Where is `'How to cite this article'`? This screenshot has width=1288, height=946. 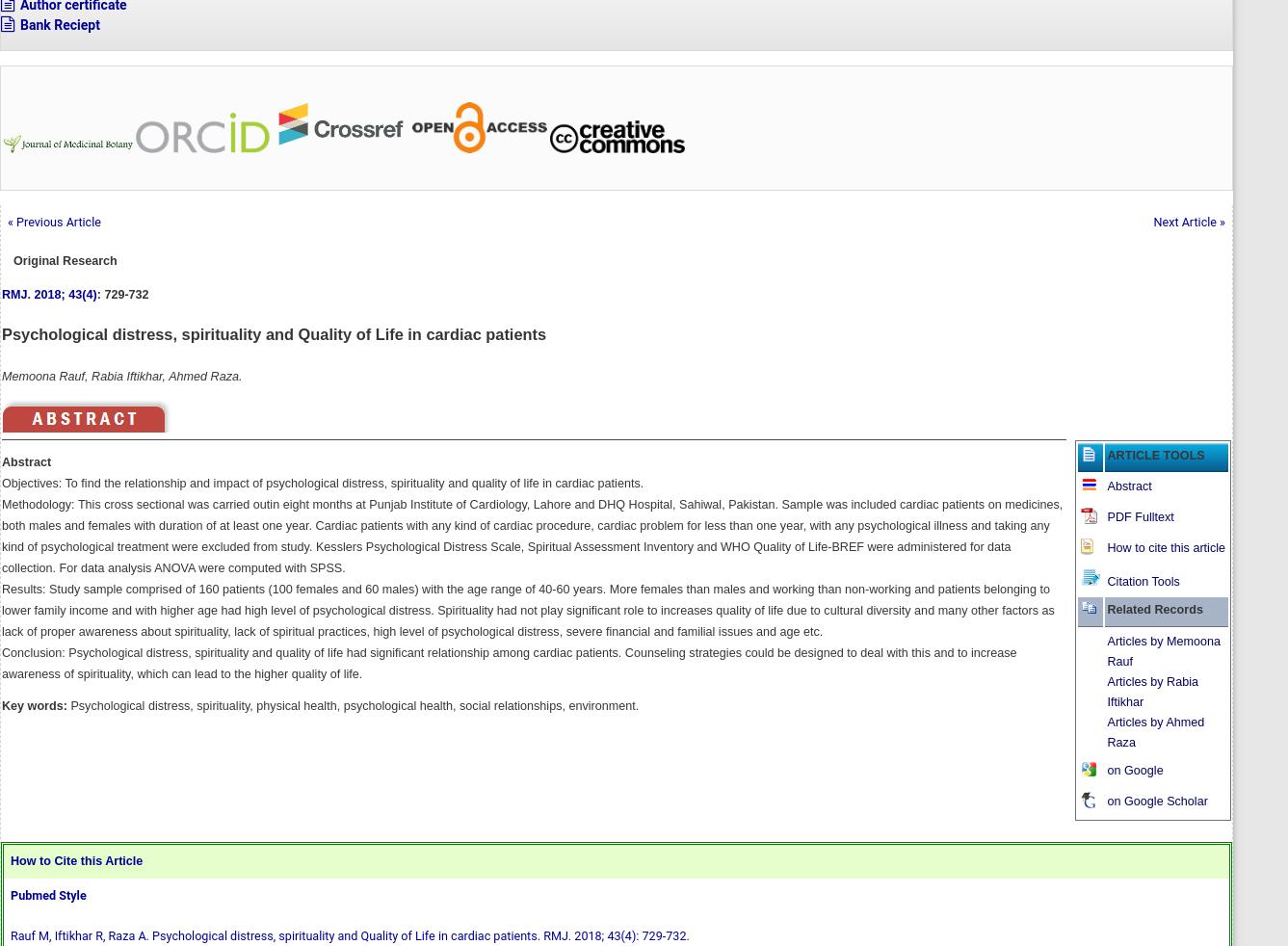
'How to cite this article' is located at coordinates (1166, 545).